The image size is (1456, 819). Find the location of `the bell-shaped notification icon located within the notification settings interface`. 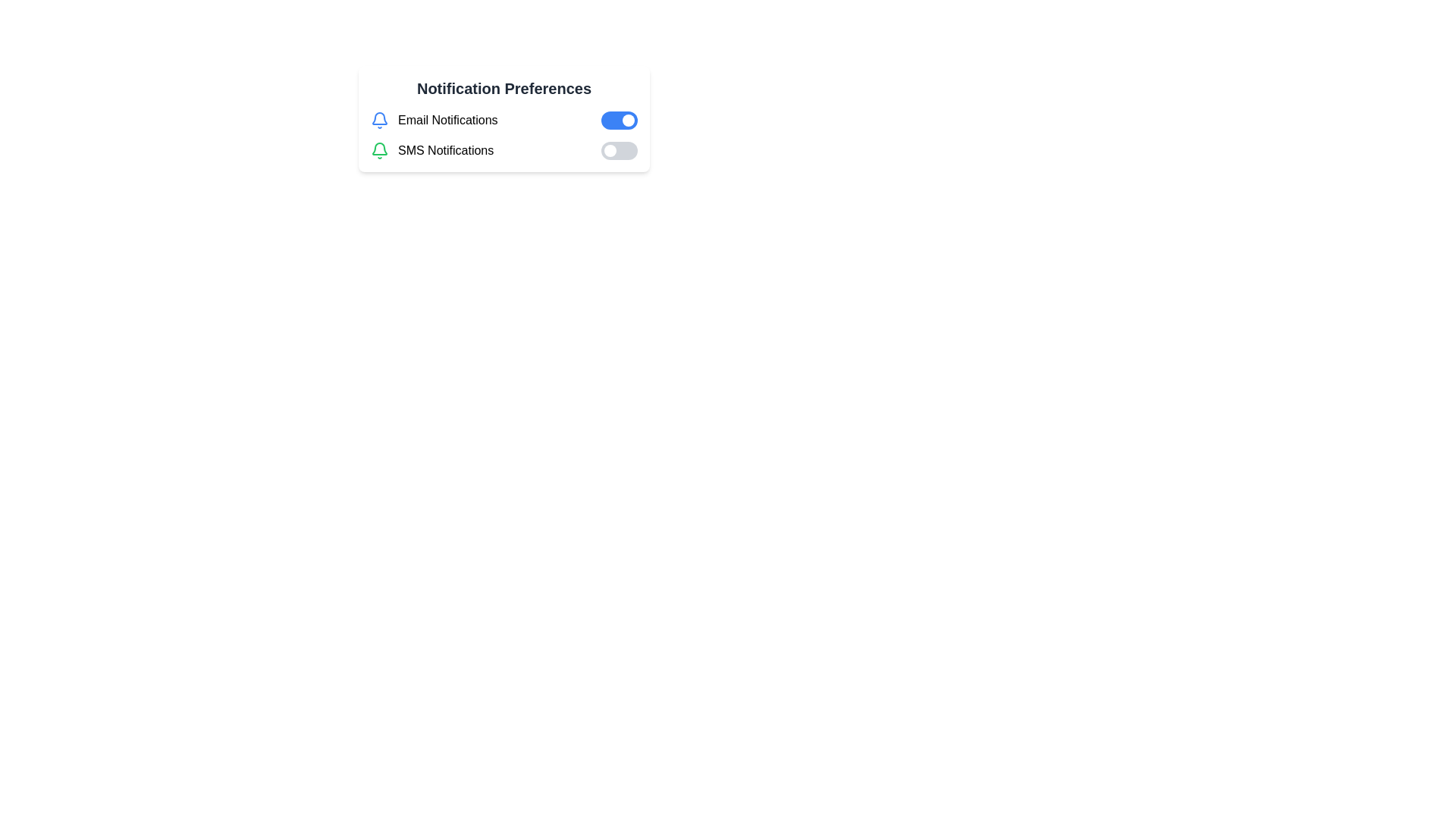

the bell-shaped notification icon located within the notification settings interface is located at coordinates (379, 149).